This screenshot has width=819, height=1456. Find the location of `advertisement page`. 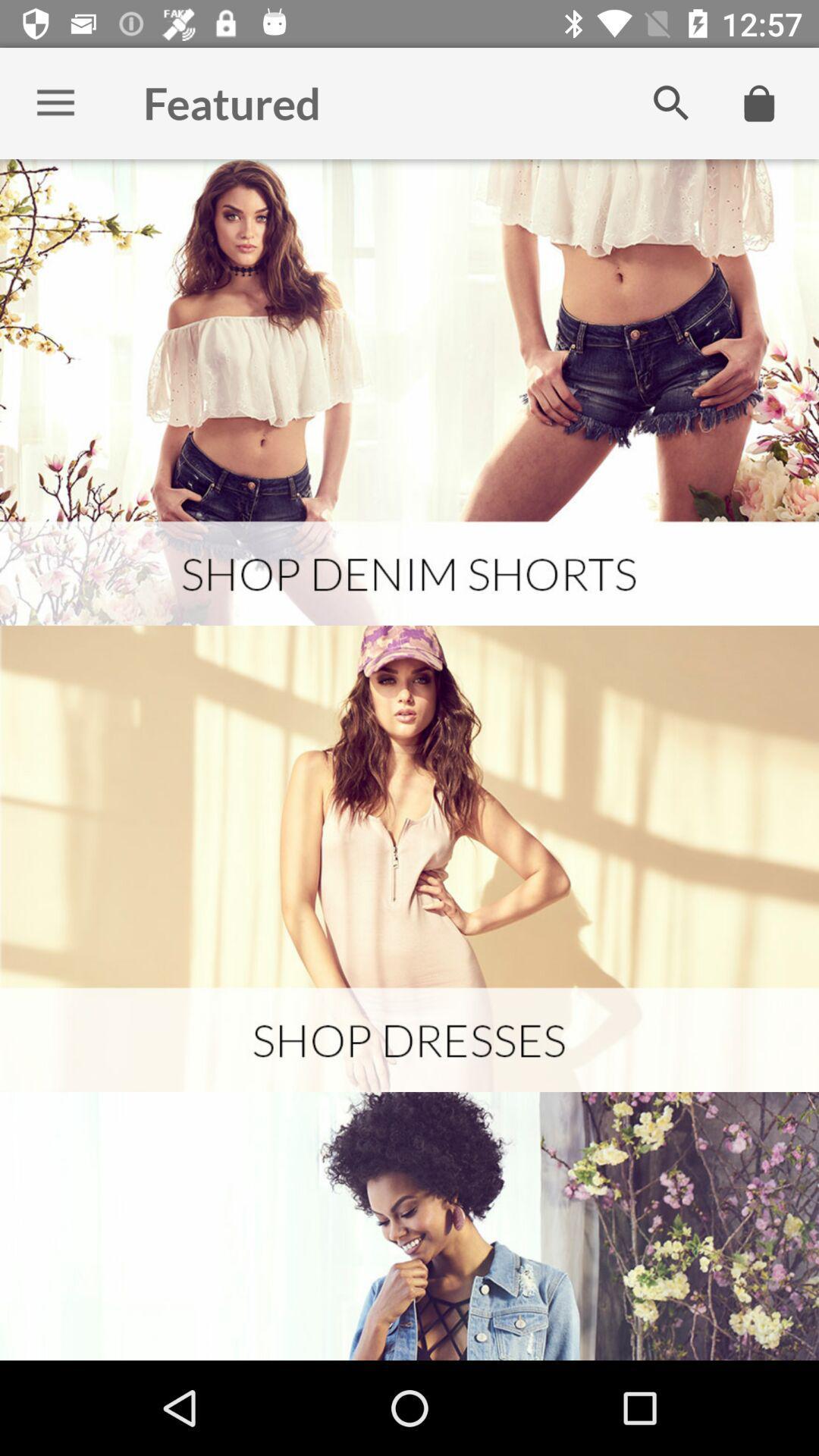

advertisement page is located at coordinates (409, 858).